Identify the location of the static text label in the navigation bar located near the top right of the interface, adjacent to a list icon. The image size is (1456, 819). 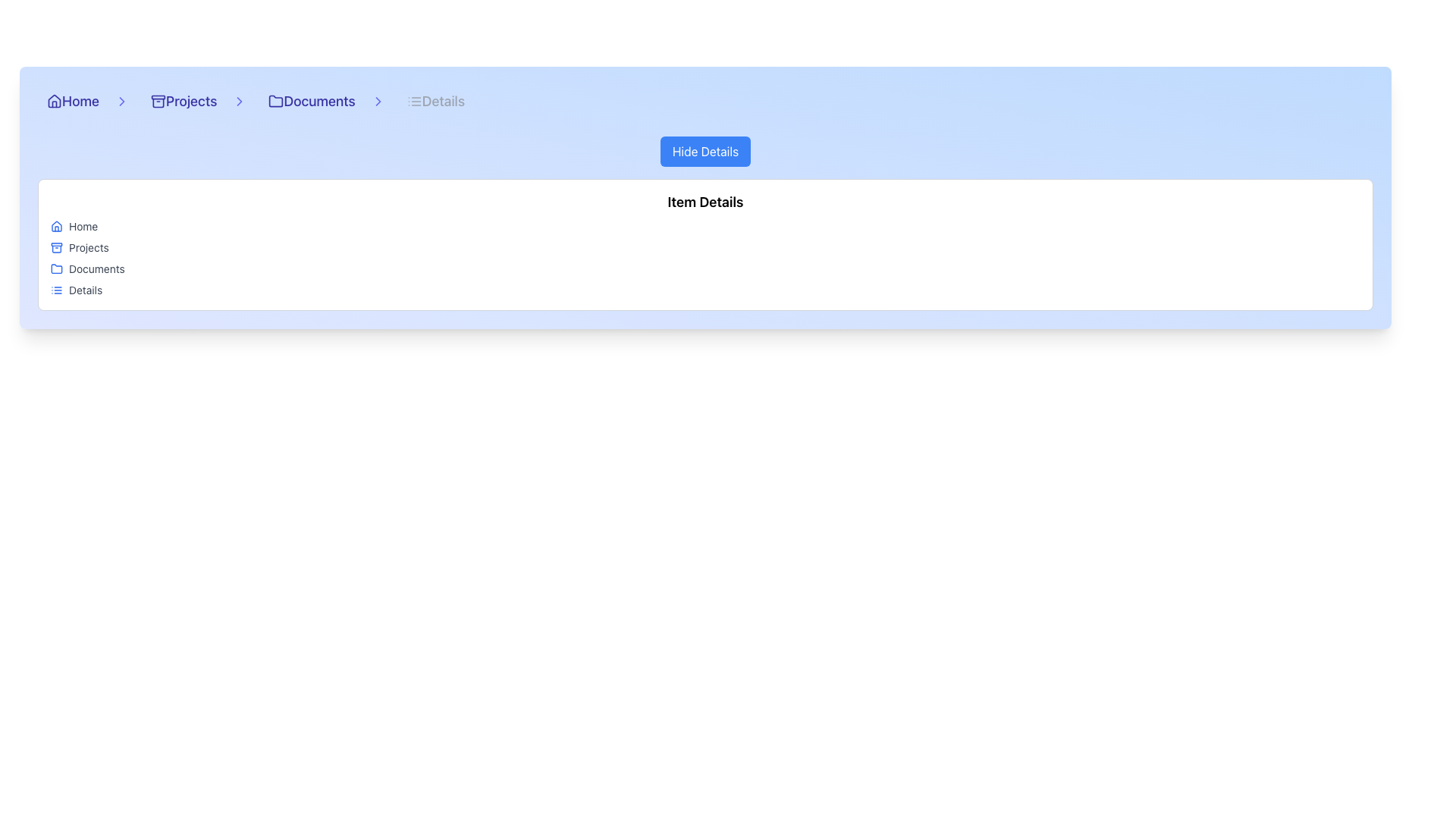
(442, 102).